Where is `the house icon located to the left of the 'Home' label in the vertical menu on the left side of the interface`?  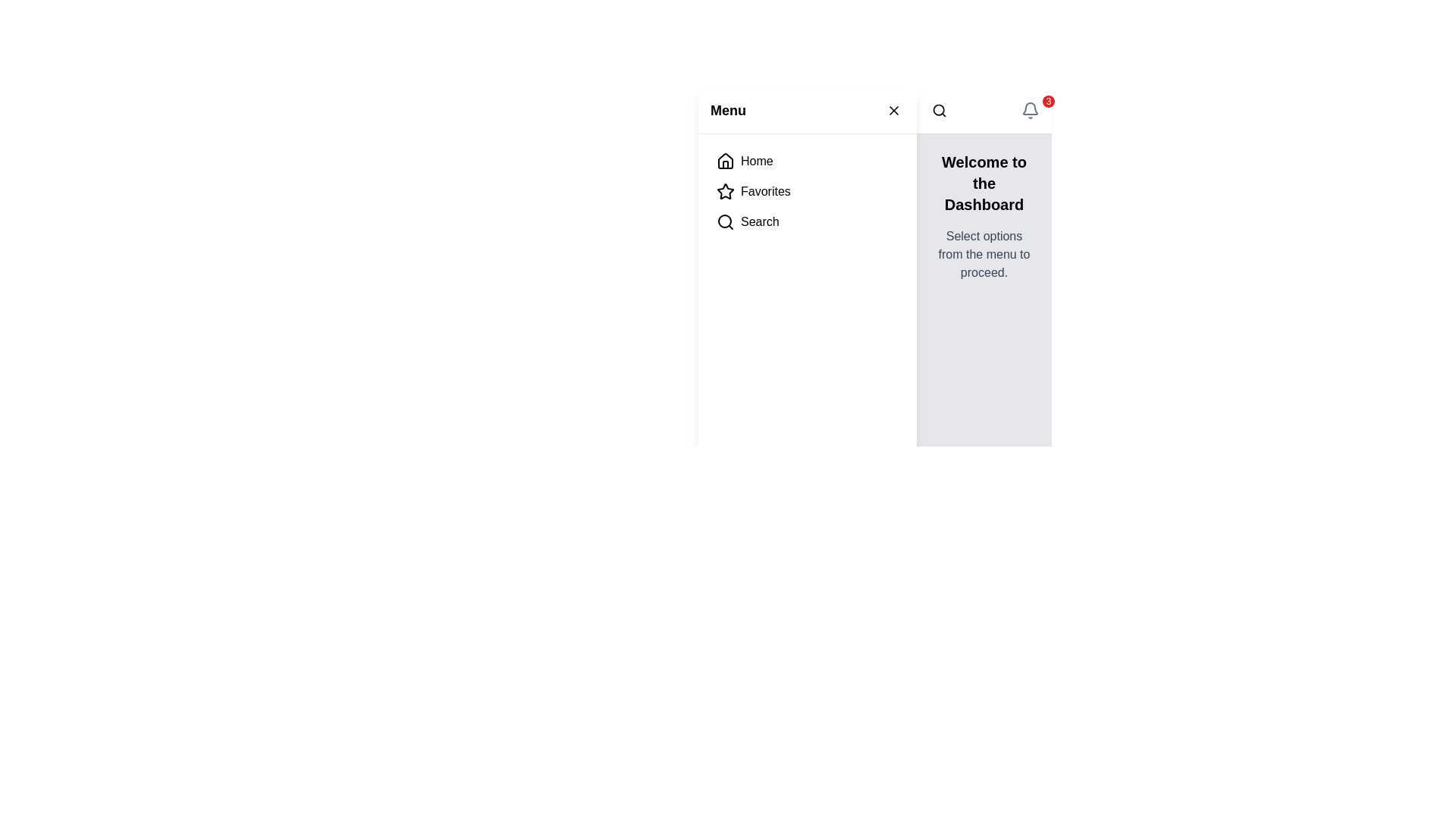
the house icon located to the left of the 'Home' label in the vertical menu on the left side of the interface is located at coordinates (724, 161).